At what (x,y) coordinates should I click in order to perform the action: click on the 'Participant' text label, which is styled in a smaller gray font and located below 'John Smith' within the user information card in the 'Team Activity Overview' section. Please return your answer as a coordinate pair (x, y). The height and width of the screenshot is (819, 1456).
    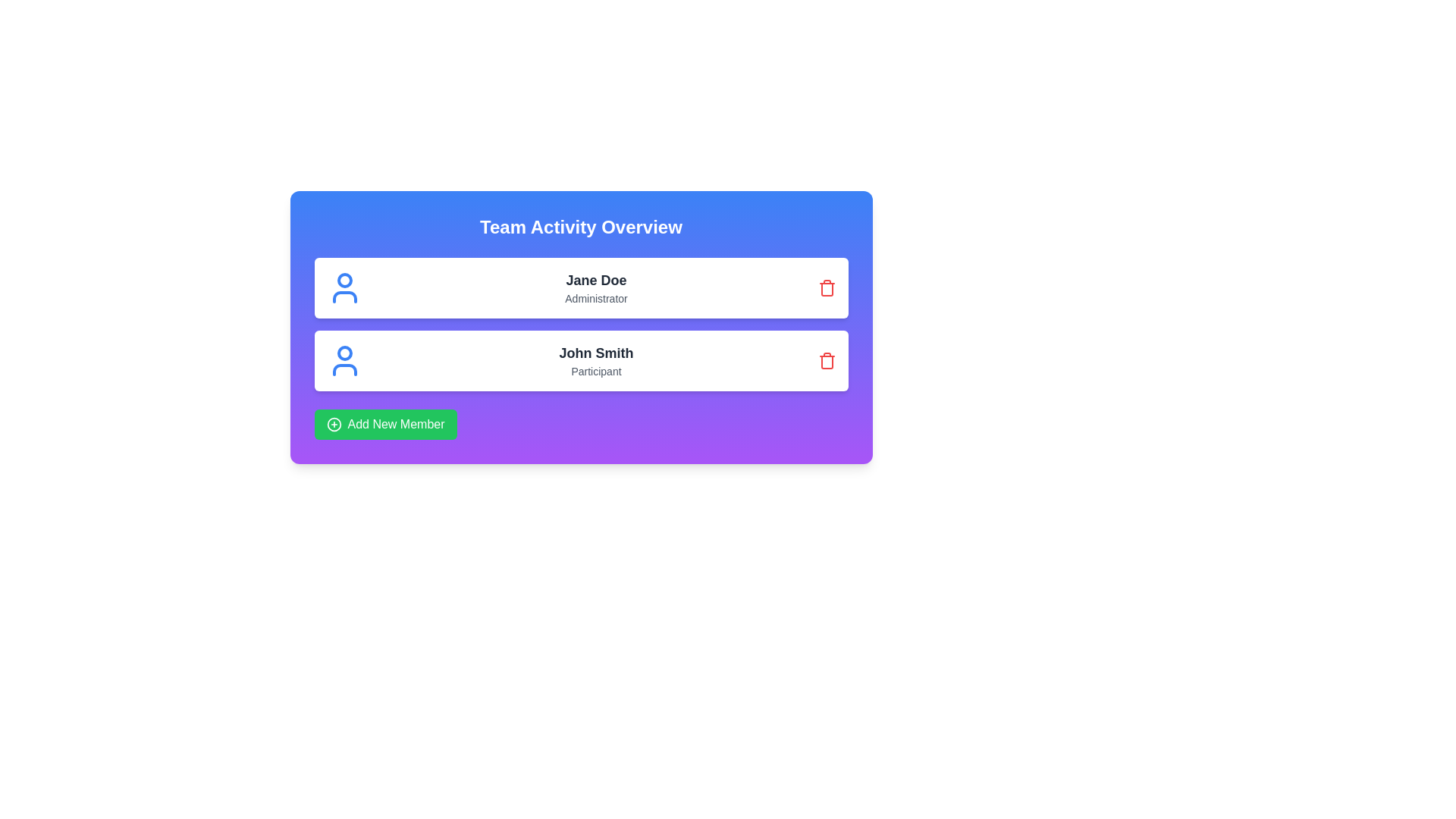
    Looking at the image, I should click on (595, 371).